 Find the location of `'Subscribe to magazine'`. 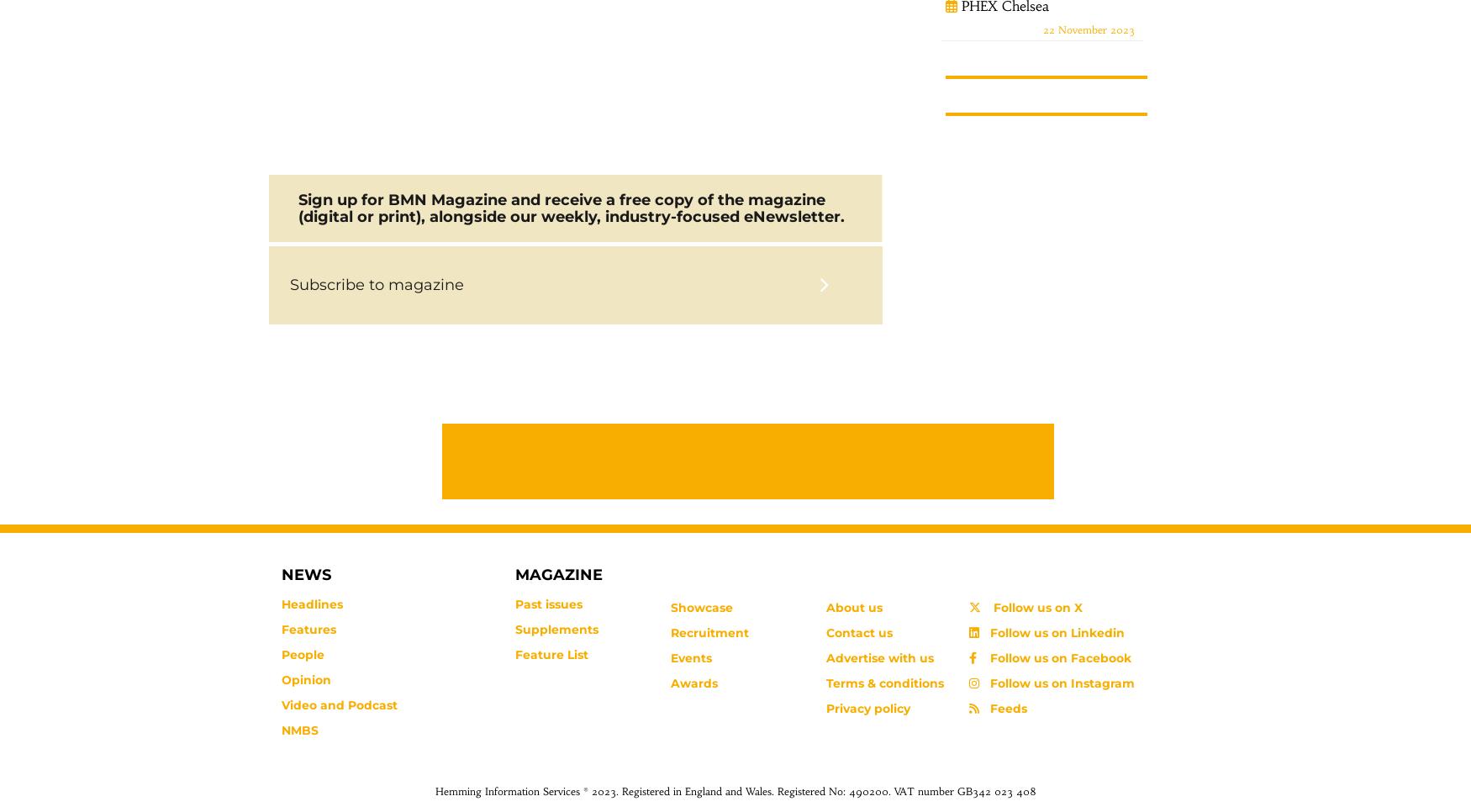

'Subscribe to magazine' is located at coordinates (377, 284).